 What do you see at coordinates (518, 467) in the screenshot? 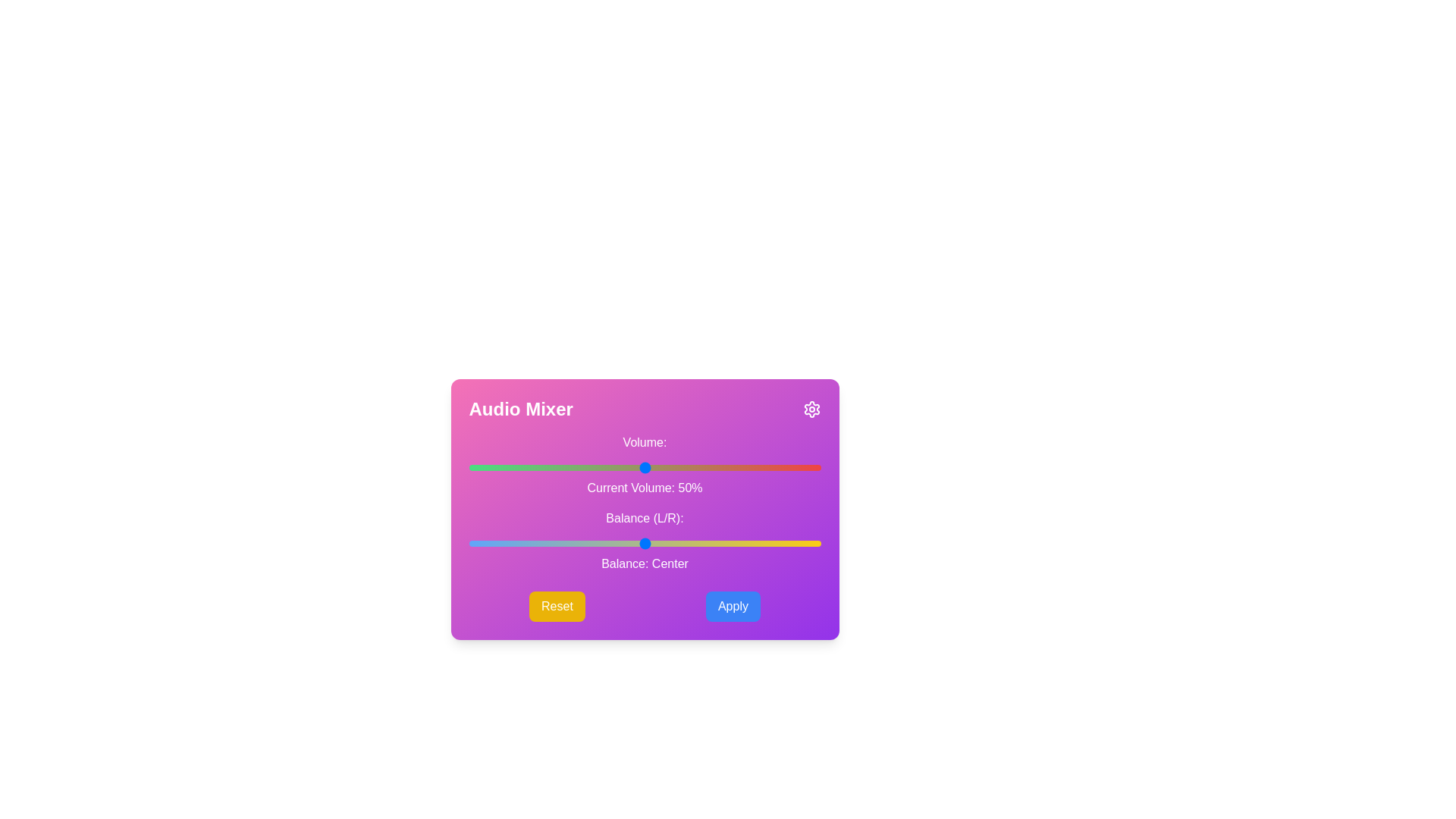
I see `the volume slider to set the volume to 14%` at bounding box center [518, 467].